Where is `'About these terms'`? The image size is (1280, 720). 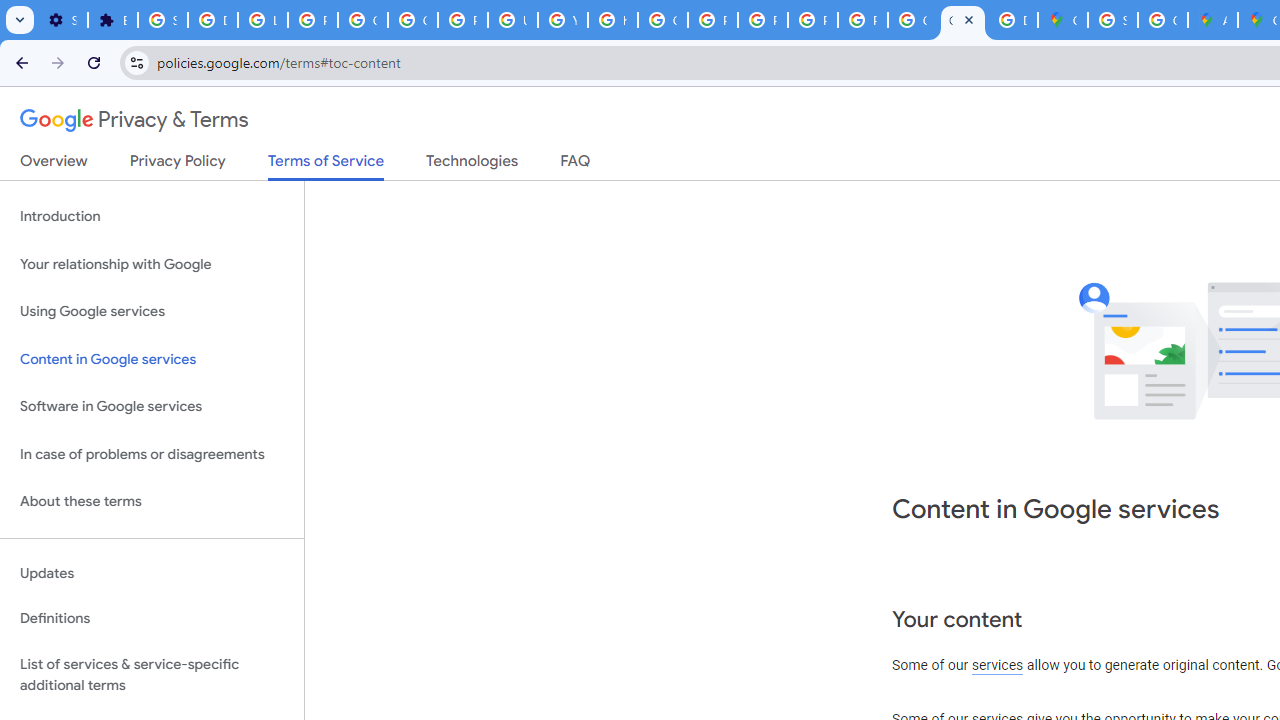
'About these terms' is located at coordinates (151, 501).